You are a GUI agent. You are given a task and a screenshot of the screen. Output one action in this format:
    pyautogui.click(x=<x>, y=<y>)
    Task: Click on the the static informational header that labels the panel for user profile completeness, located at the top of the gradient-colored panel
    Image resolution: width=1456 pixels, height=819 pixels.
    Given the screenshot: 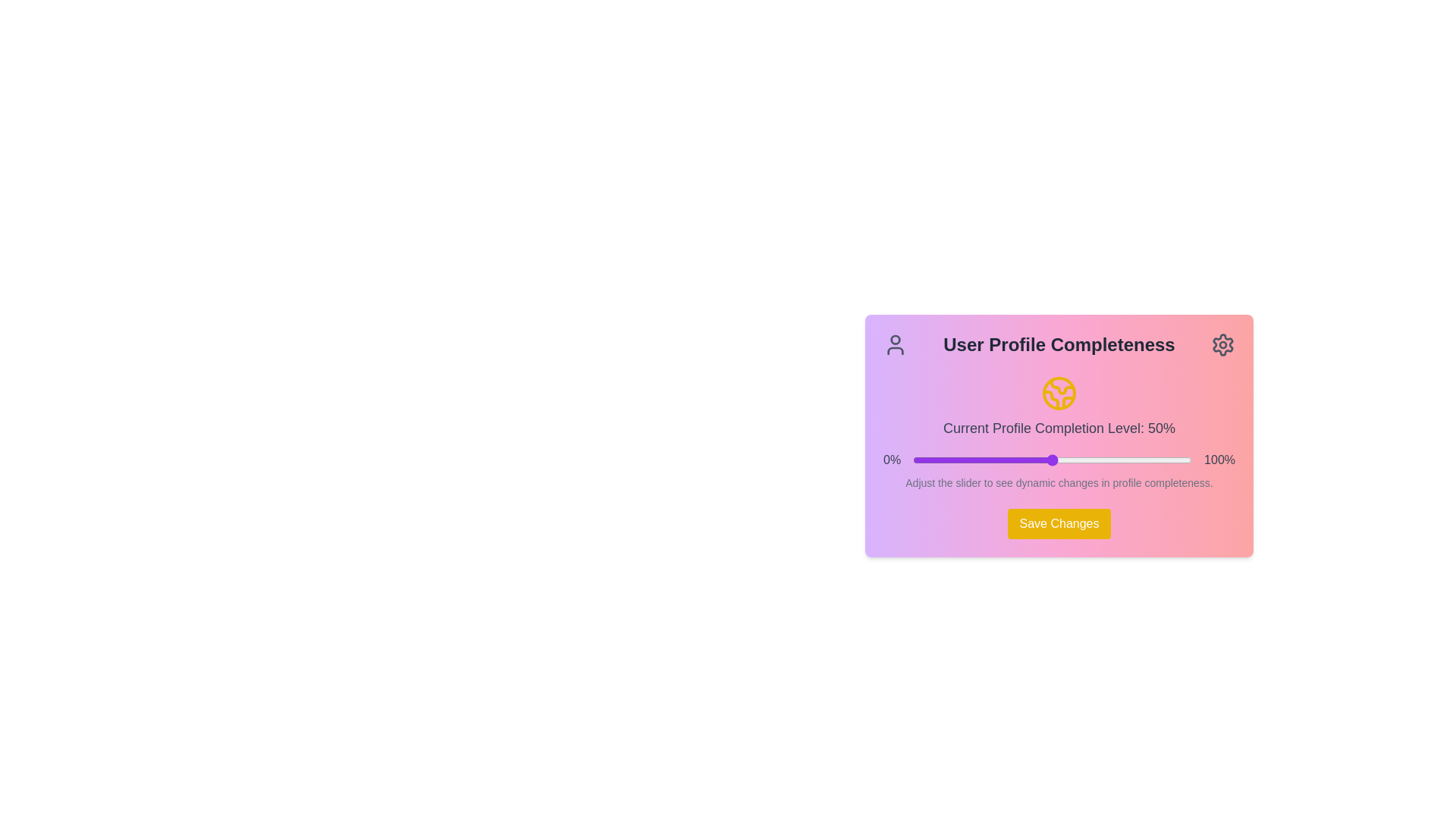 What is the action you would take?
    pyautogui.click(x=1058, y=345)
    